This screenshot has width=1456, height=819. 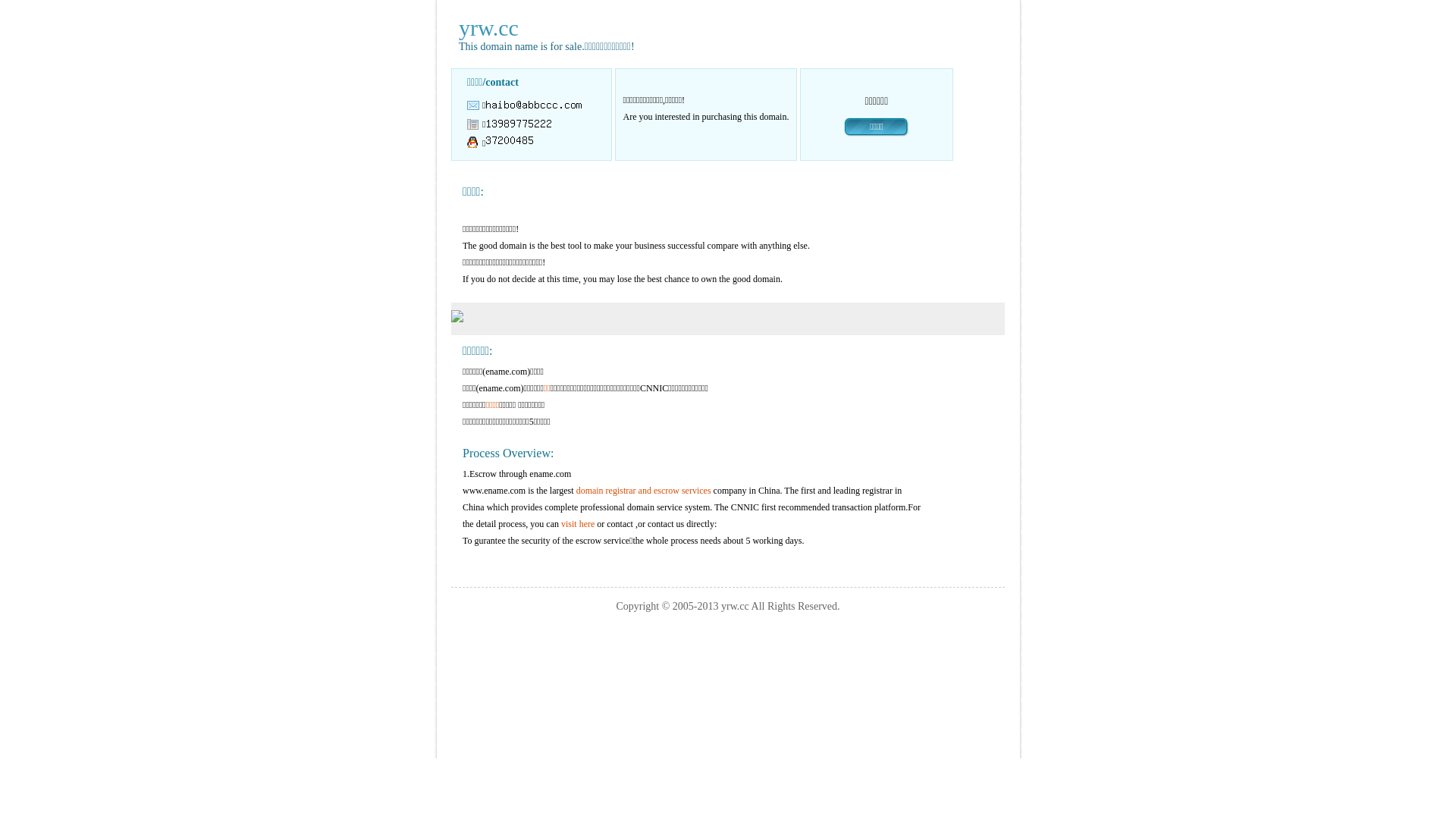 I want to click on 'visit here', so click(x=577, y=522).